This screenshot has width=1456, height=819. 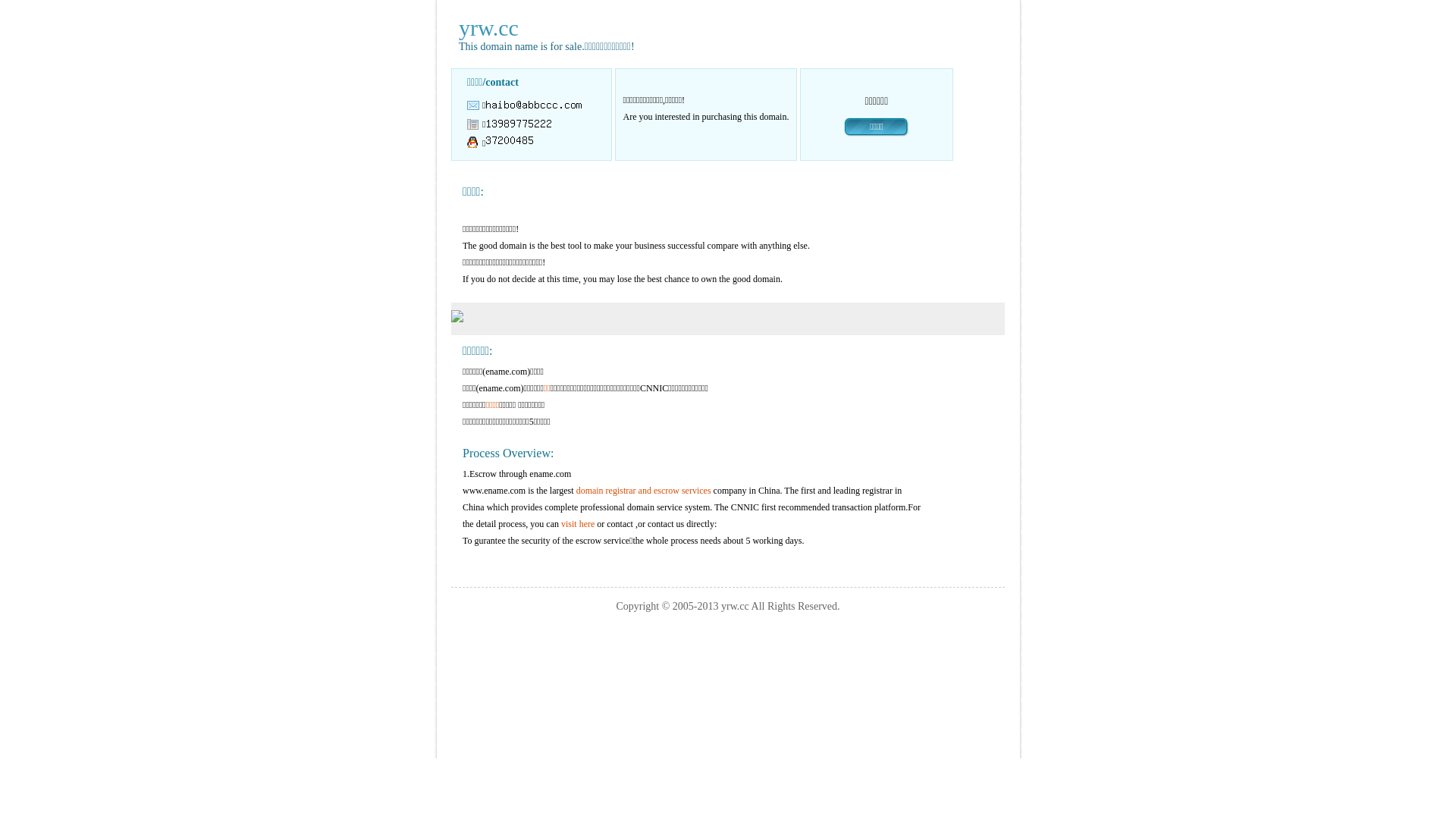 I want to click on 'visit here', so click(x=577, y=522).